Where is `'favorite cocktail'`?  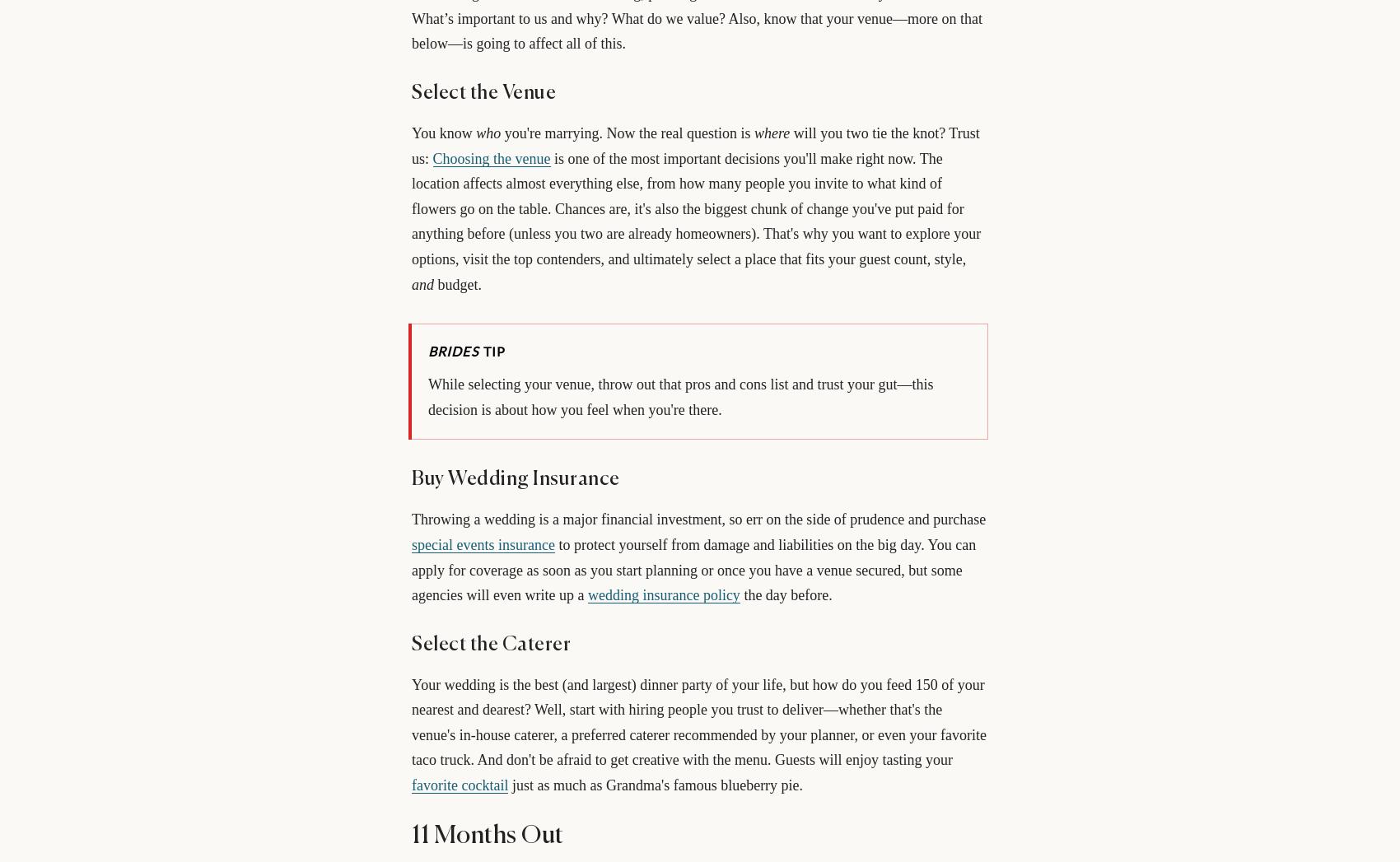
'favorite cocktail' is located at coordinates (459, 785).